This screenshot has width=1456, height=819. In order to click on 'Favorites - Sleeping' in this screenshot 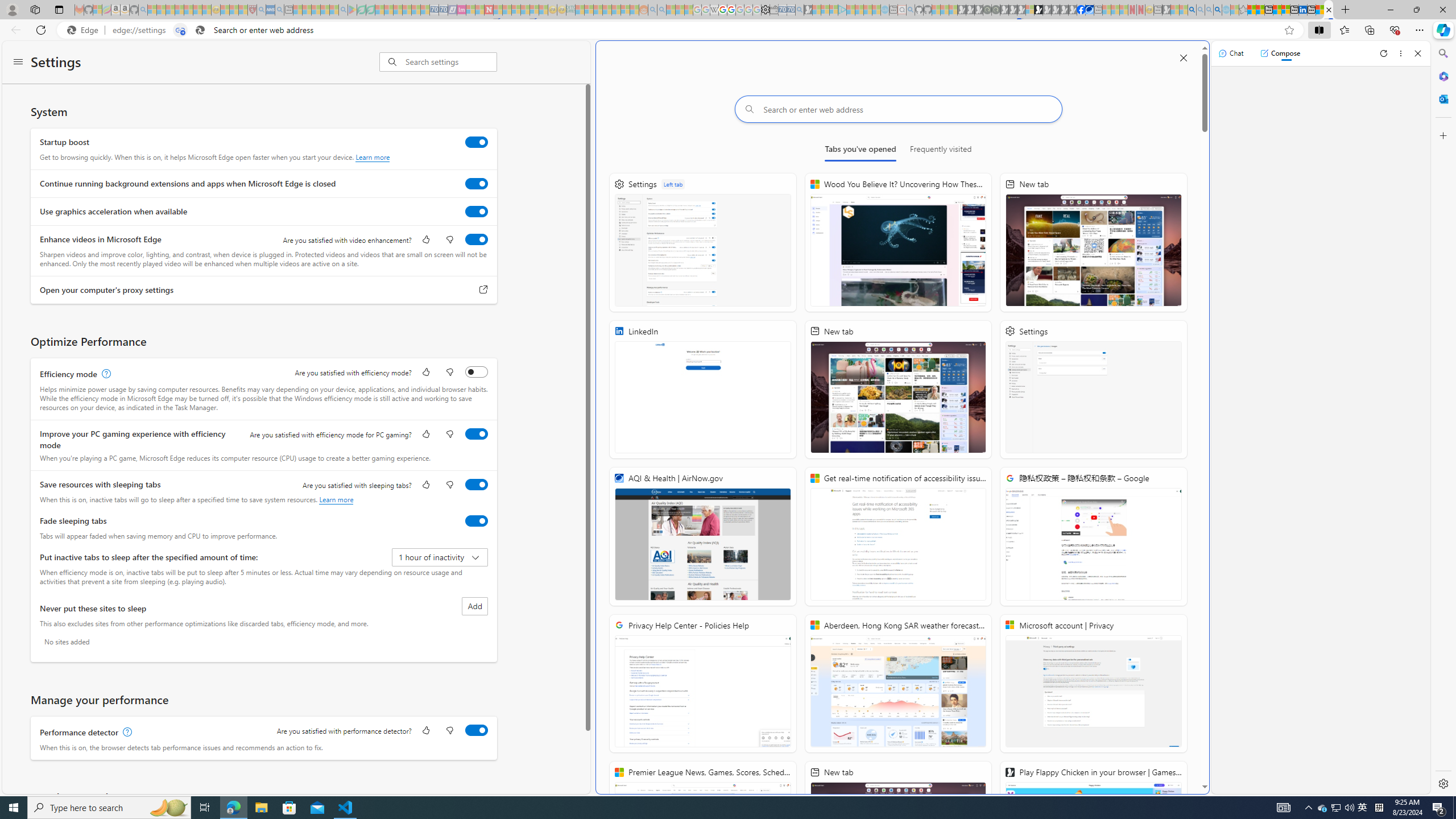, I will do `click(1243, 9)`.